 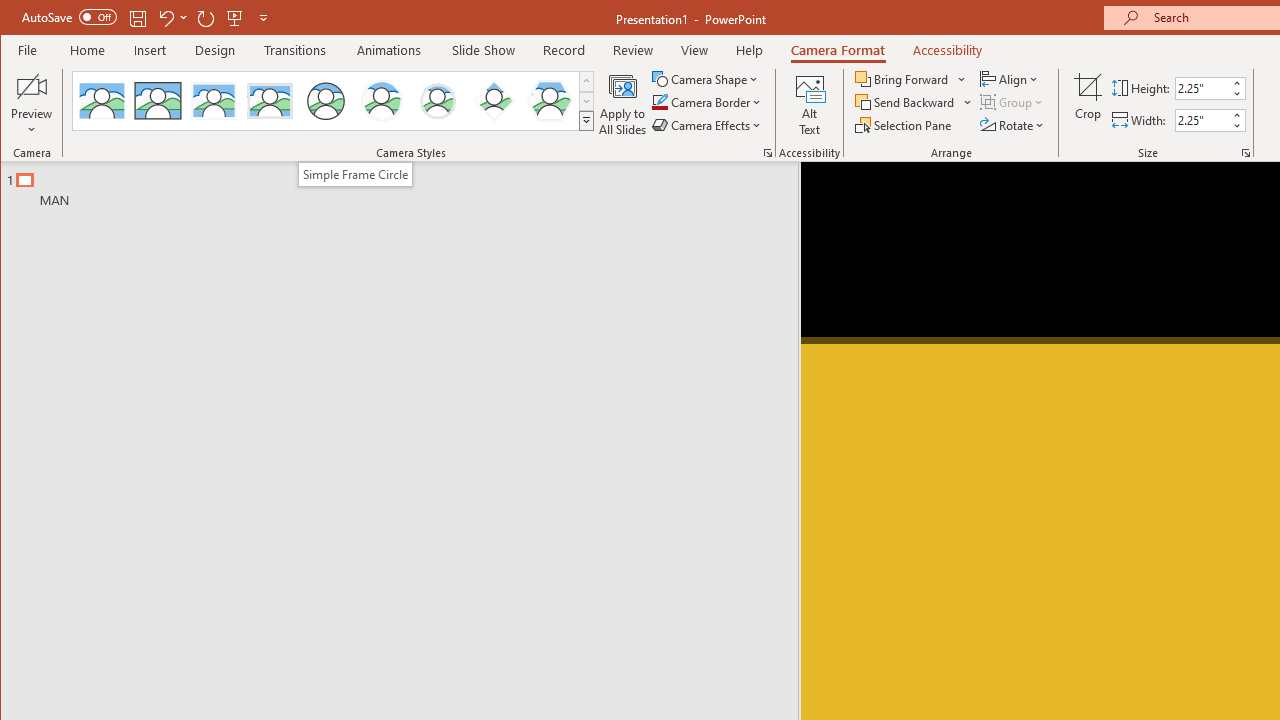 What do you see at coordinates (326, 100) in the screenshot?
I see `'Simple Frame Circle'` at bounding box center [326, 100].